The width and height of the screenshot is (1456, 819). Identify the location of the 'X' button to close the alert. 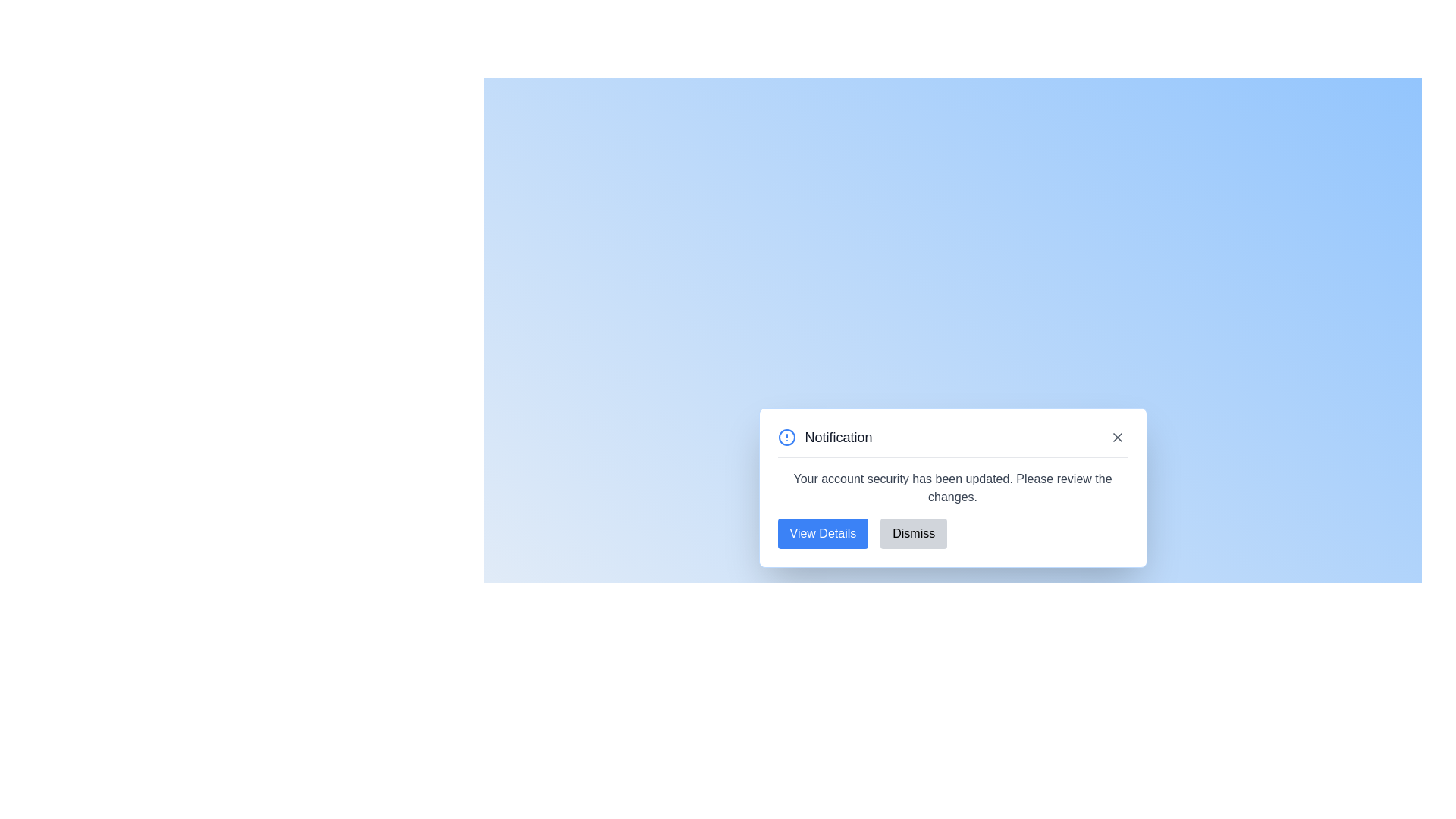
(1117, 437).